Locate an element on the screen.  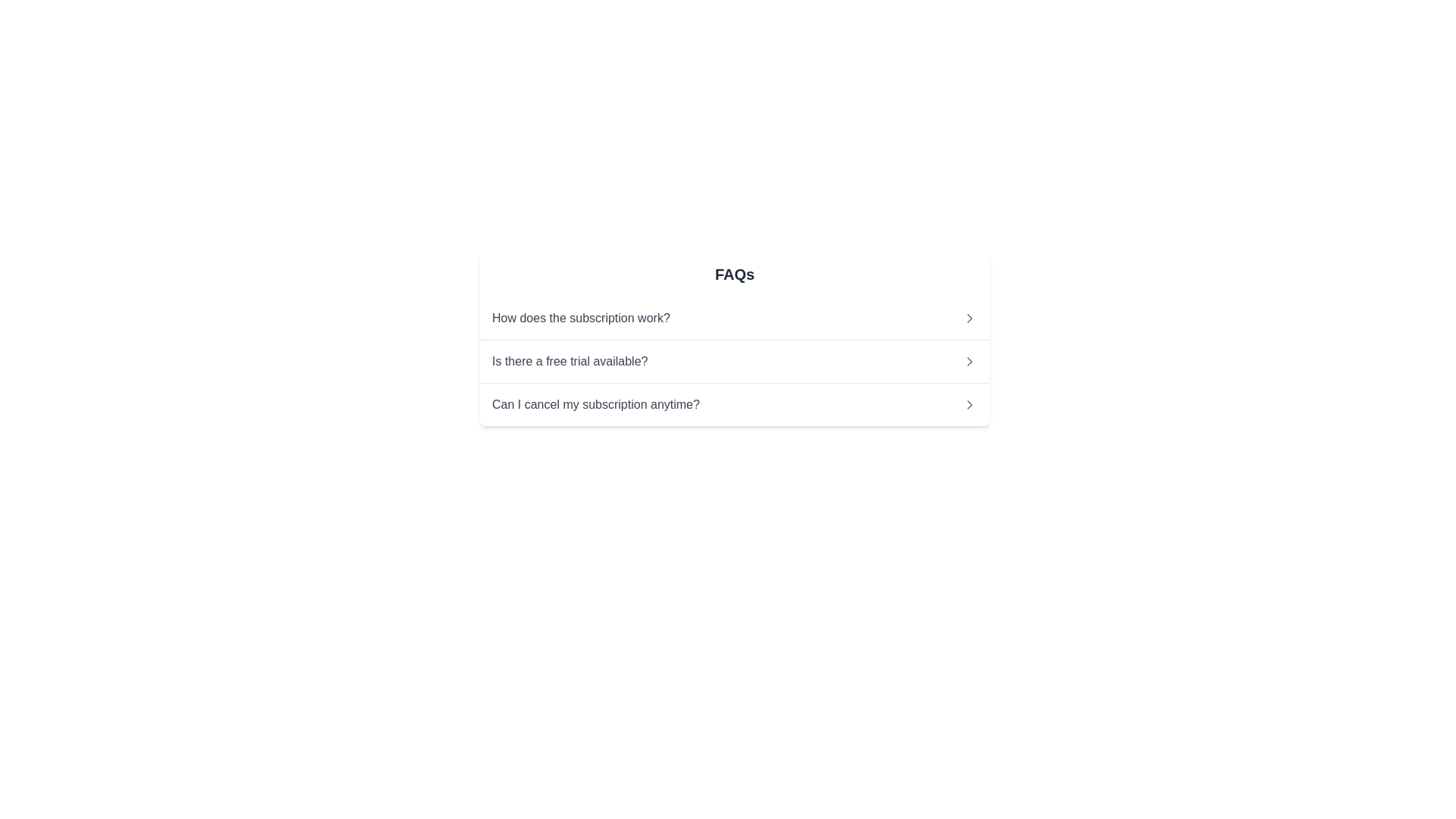
the third entry in the FAQ list about subscription cancellation is located at coordinates (735, 403).